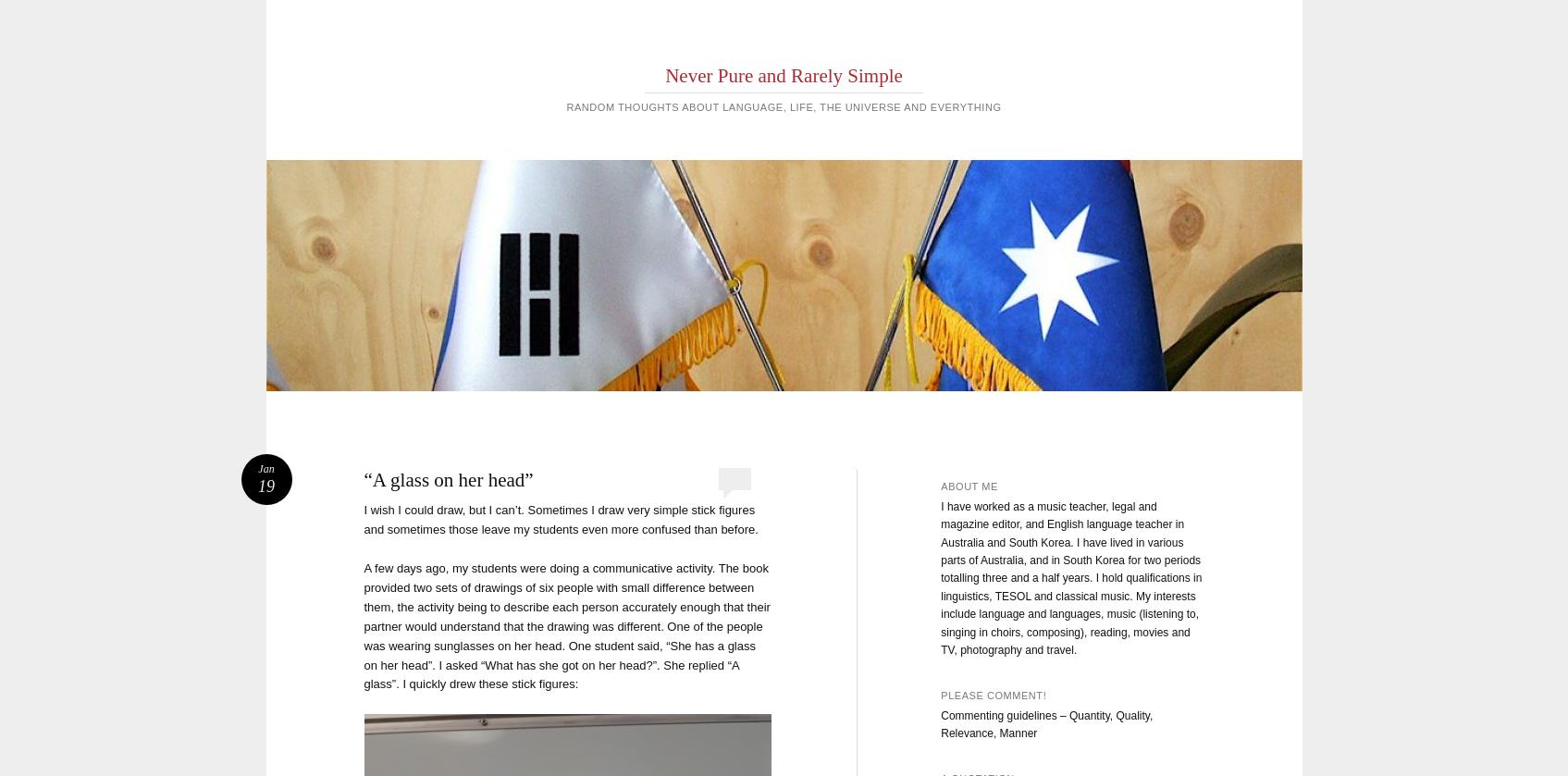 The width and height of the screenshot is (1568, 776). Describe the element at coordinates (447, 479) in the screenshot. I see `'“A glass on her head”'` at that location.